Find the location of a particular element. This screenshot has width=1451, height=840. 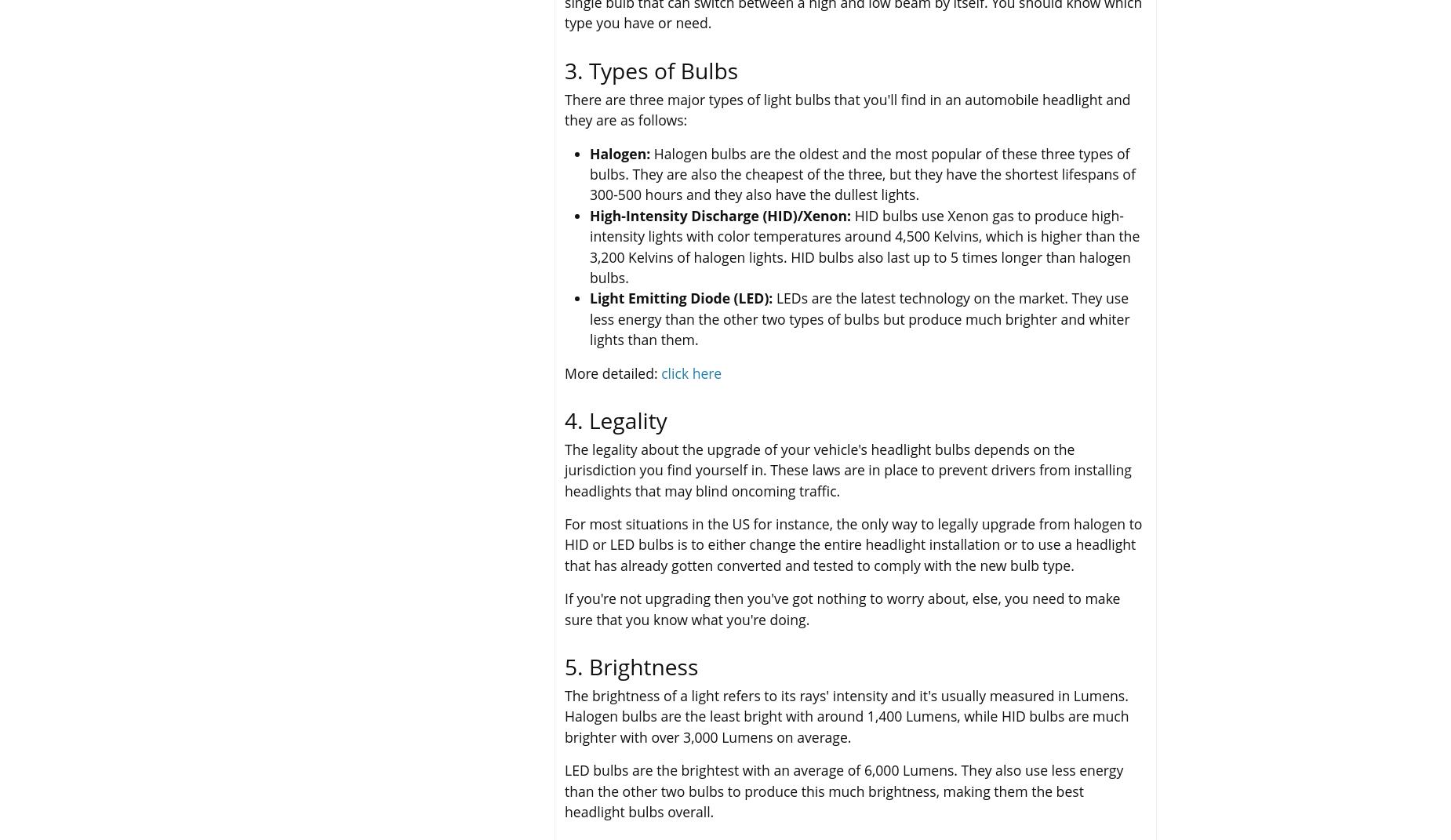

'Halogen:' is located at coordinates (620, 152).